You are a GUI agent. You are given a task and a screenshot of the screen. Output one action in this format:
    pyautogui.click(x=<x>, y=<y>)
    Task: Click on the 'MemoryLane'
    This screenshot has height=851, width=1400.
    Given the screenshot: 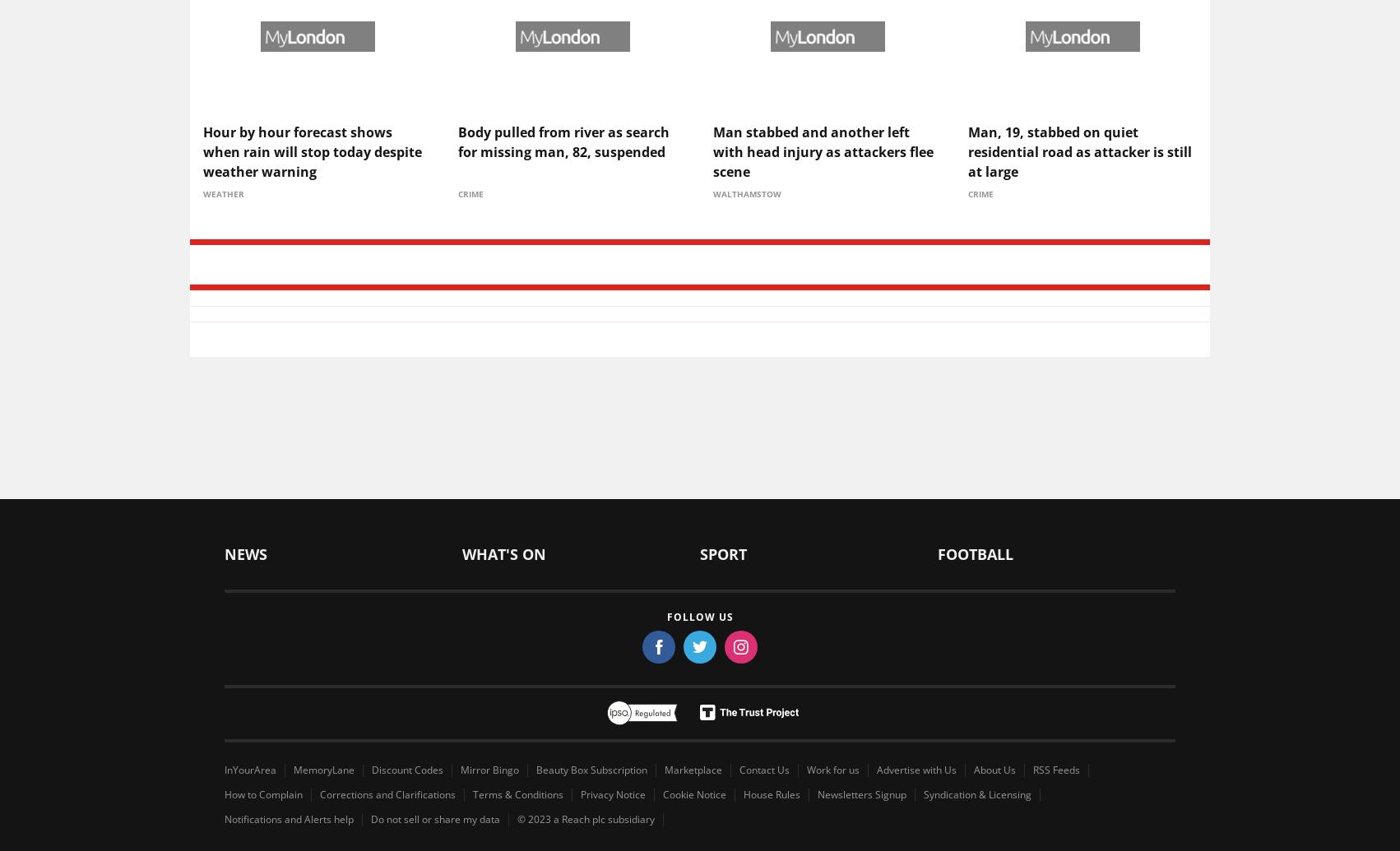 What is the action you would take?
    pyautogui.click(x=324, y=768)
    